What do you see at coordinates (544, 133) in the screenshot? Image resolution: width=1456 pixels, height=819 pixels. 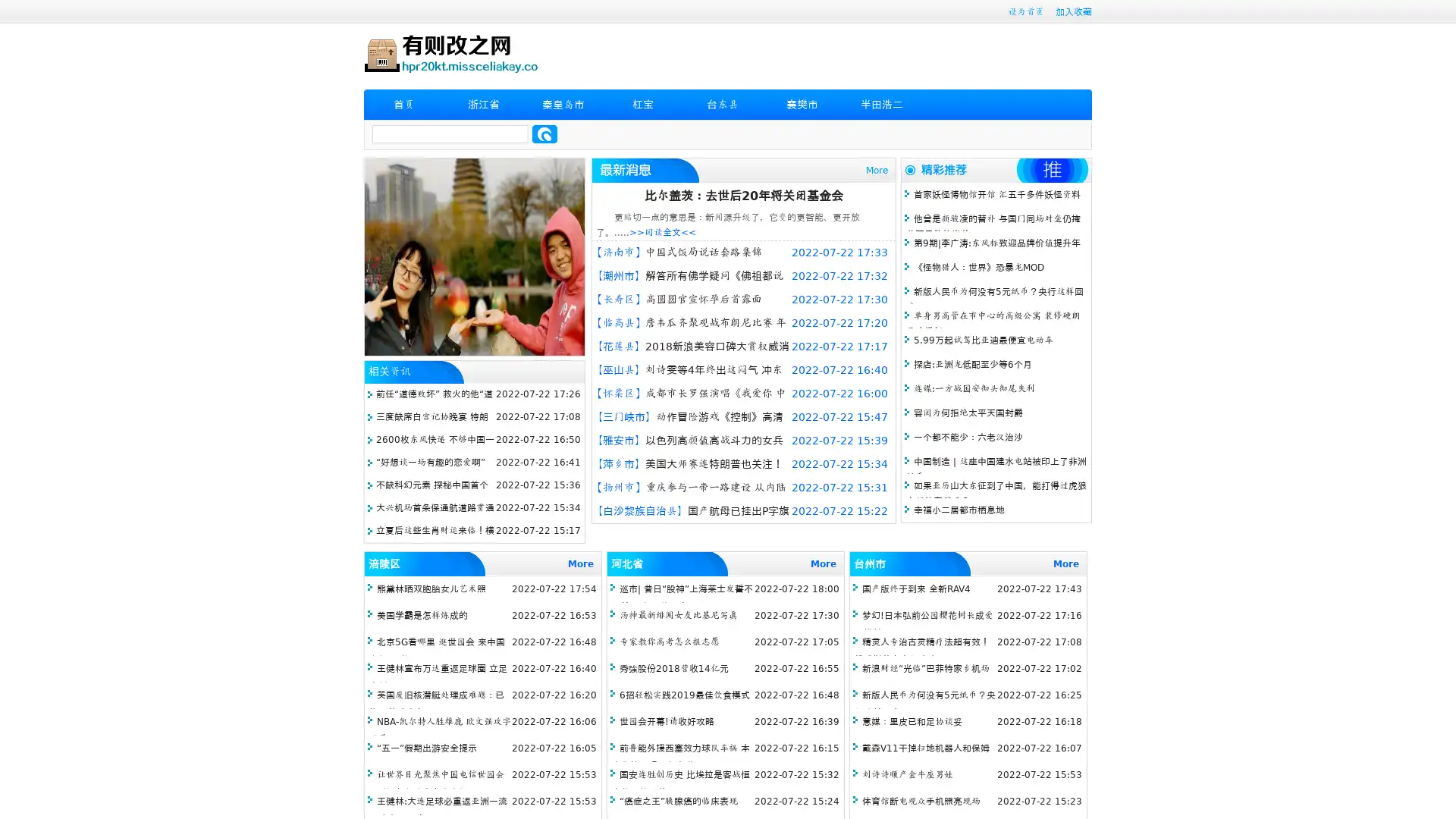 I see `Search` at bounding box center [544, 133].